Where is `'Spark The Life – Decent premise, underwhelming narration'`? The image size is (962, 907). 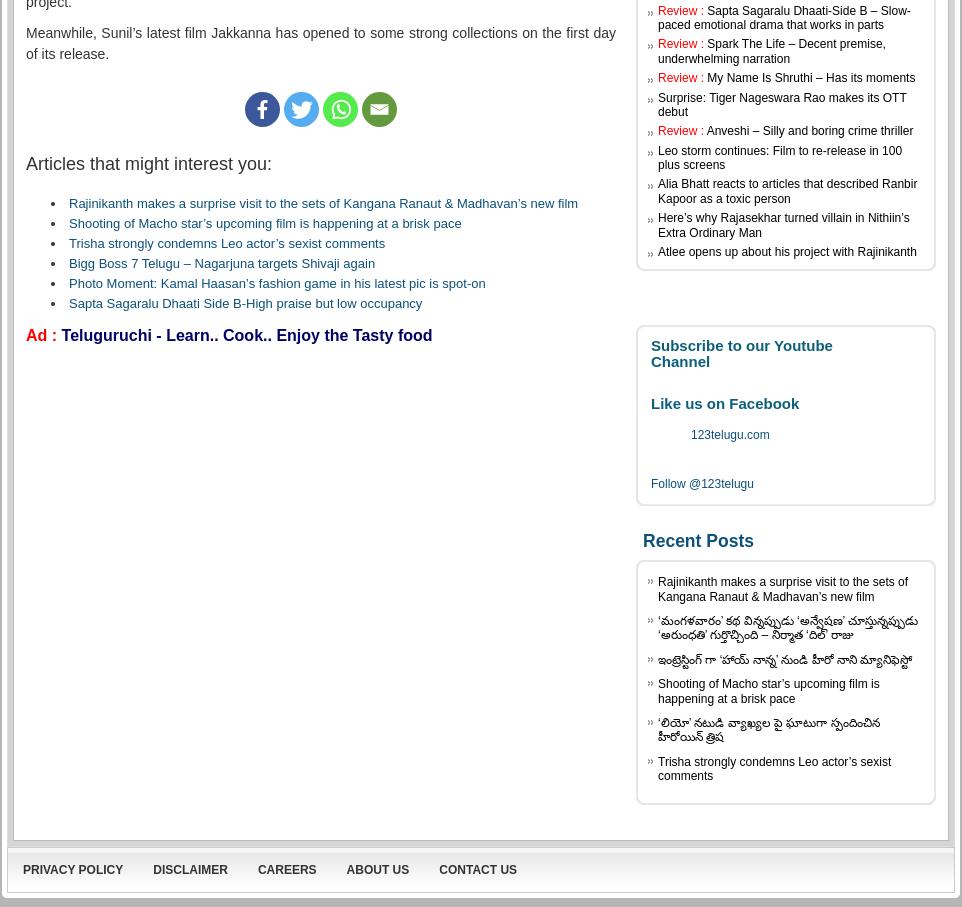
'Spark The Life – Decent premise, underwhelming narration' is located at coordinates (770, 50).